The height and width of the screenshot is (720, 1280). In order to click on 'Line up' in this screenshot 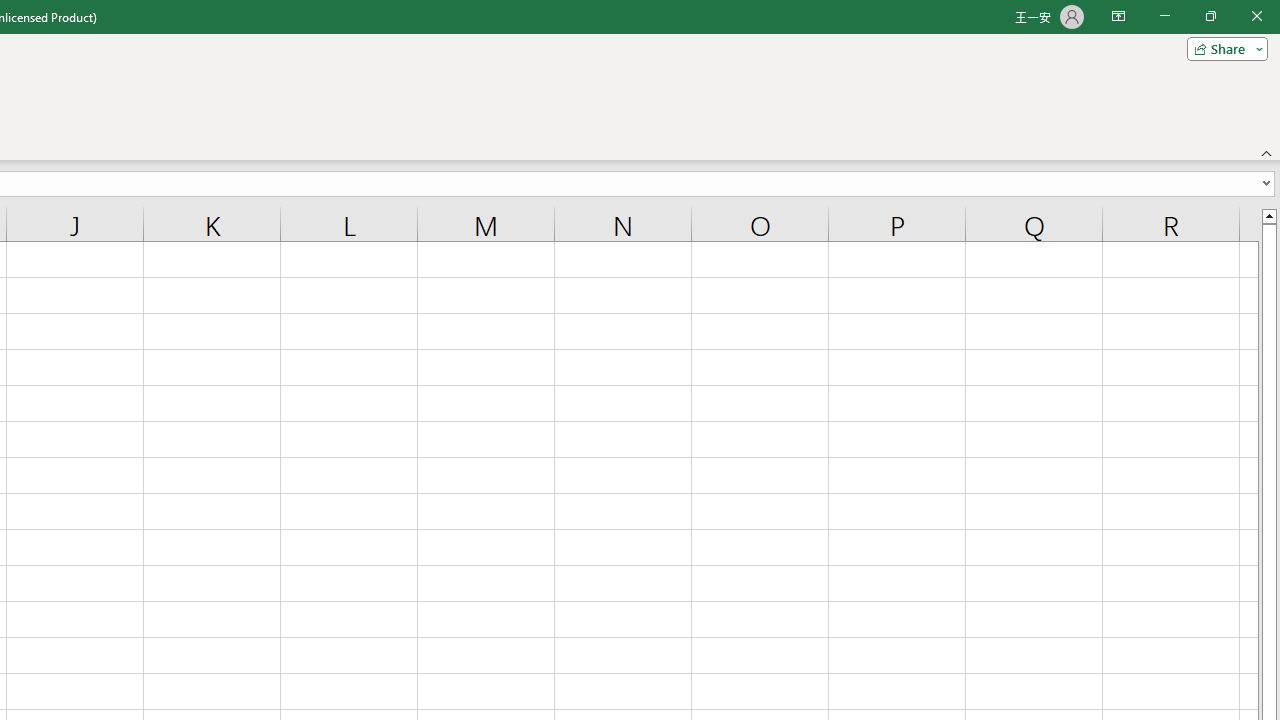, I will do `click(1268, 215)`.